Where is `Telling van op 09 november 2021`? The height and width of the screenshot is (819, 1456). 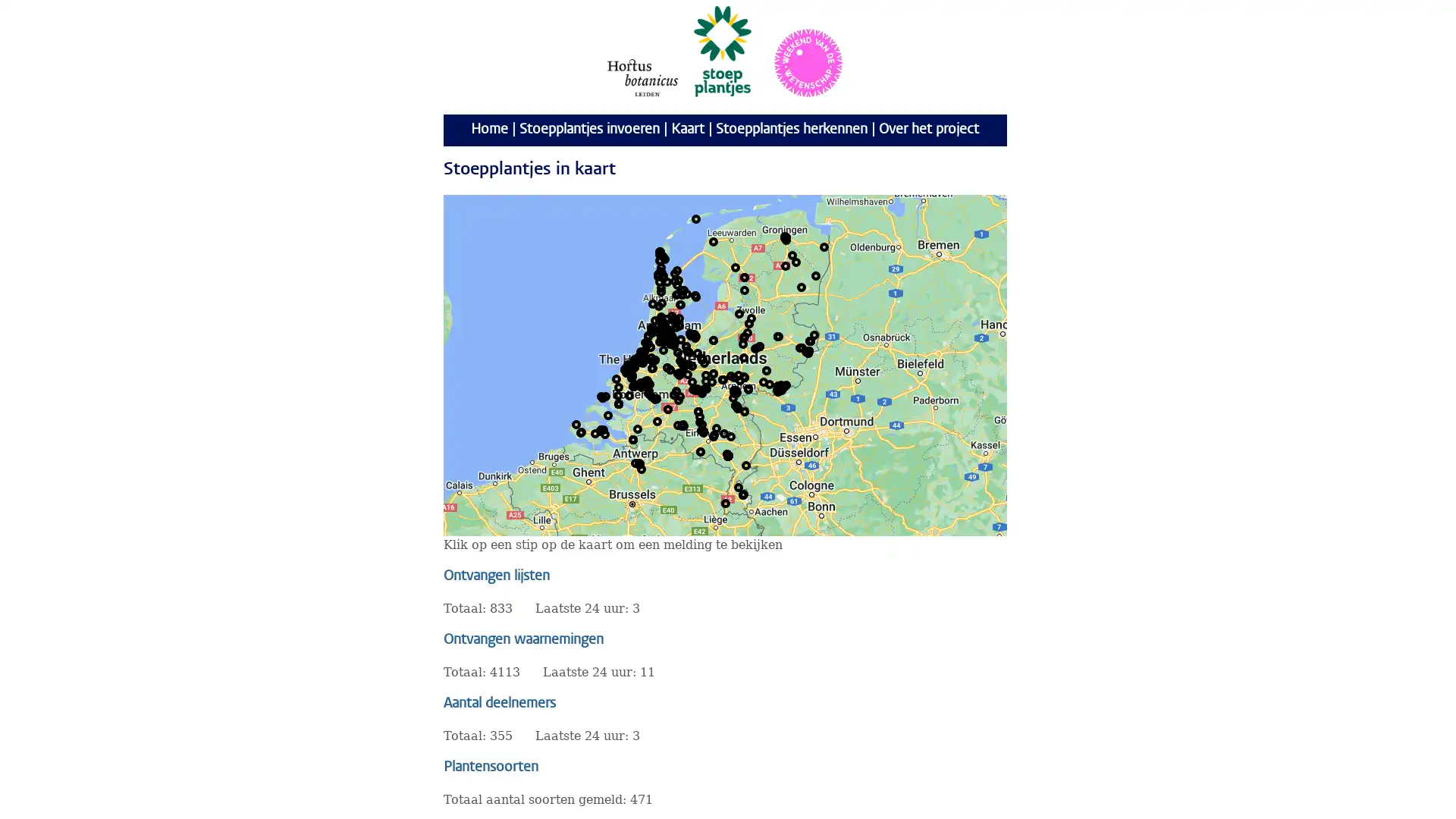
Telling van op 09 november 2021 is located at coordinates (662, 254).